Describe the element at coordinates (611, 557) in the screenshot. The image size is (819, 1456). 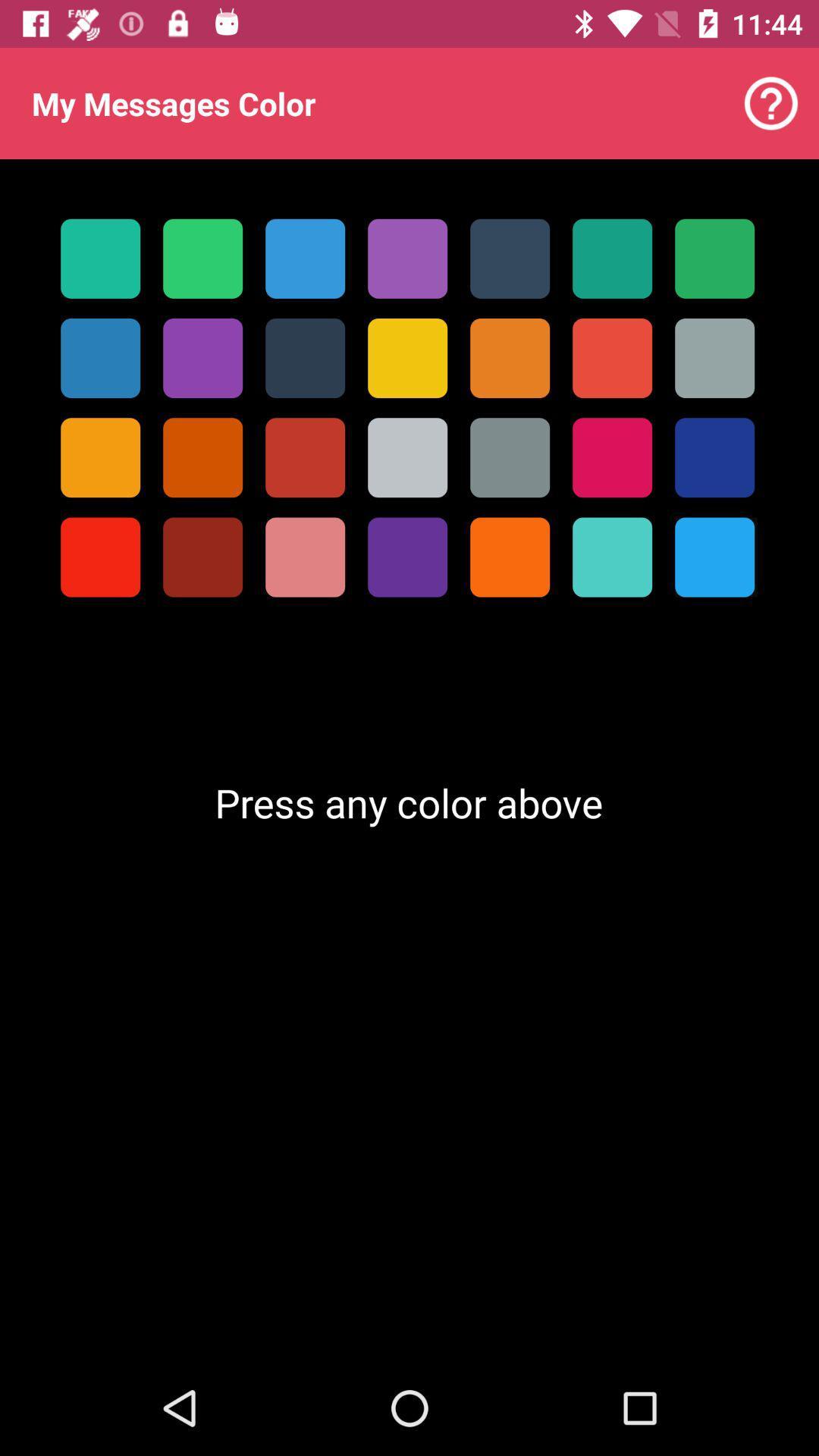
I see `the second colored box from the right bottom corner` at that location.